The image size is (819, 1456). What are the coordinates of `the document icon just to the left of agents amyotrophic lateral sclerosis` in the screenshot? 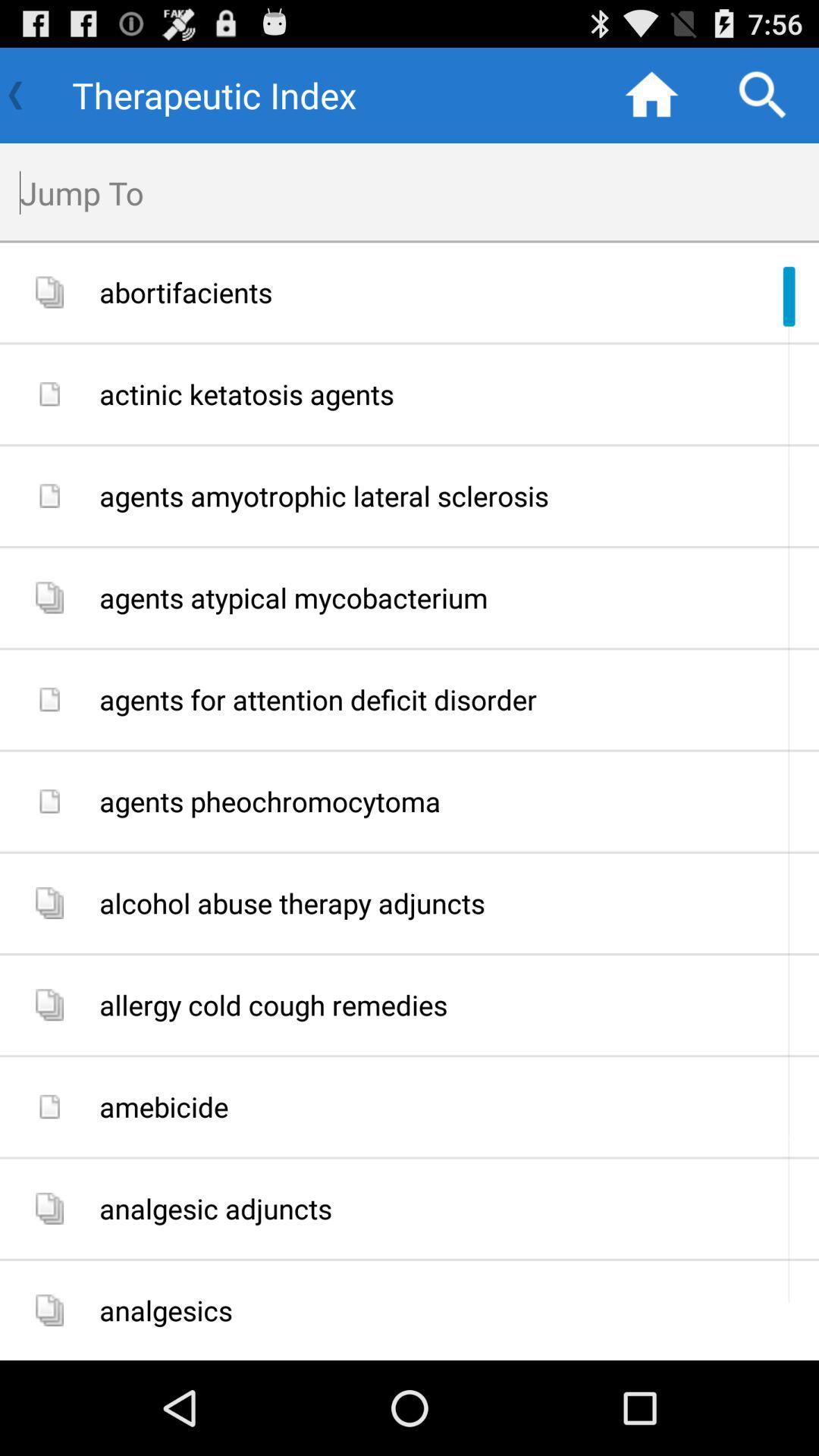 It's located at (49, 495).